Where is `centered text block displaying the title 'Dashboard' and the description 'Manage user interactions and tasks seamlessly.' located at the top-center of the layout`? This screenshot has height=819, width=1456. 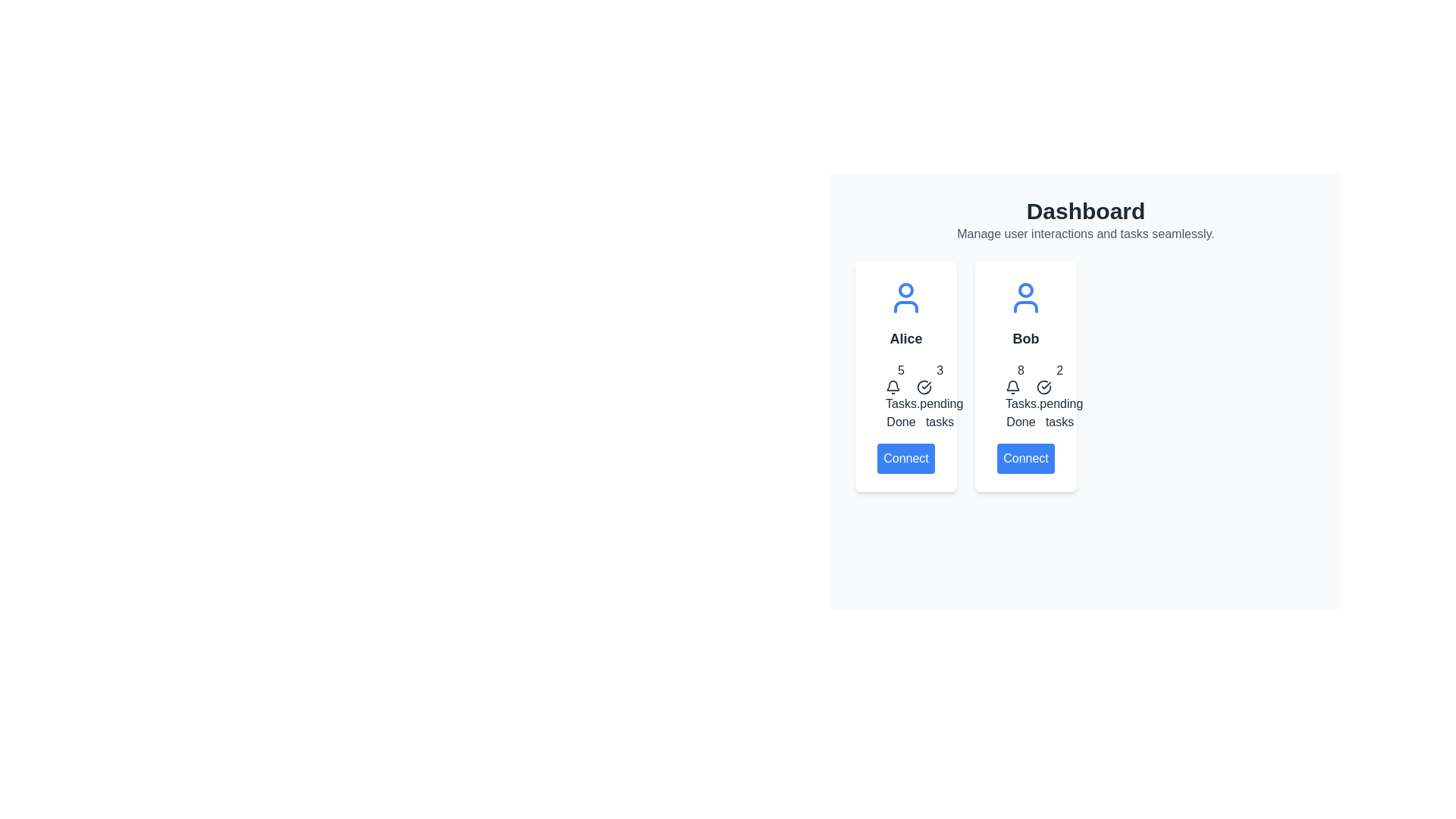 centered text block displaying the title 'Dashboard' and the description 'Manage user interactions and tasks seamlessly.' located at the top-center of the layout is located at coordinates (1084, 220).